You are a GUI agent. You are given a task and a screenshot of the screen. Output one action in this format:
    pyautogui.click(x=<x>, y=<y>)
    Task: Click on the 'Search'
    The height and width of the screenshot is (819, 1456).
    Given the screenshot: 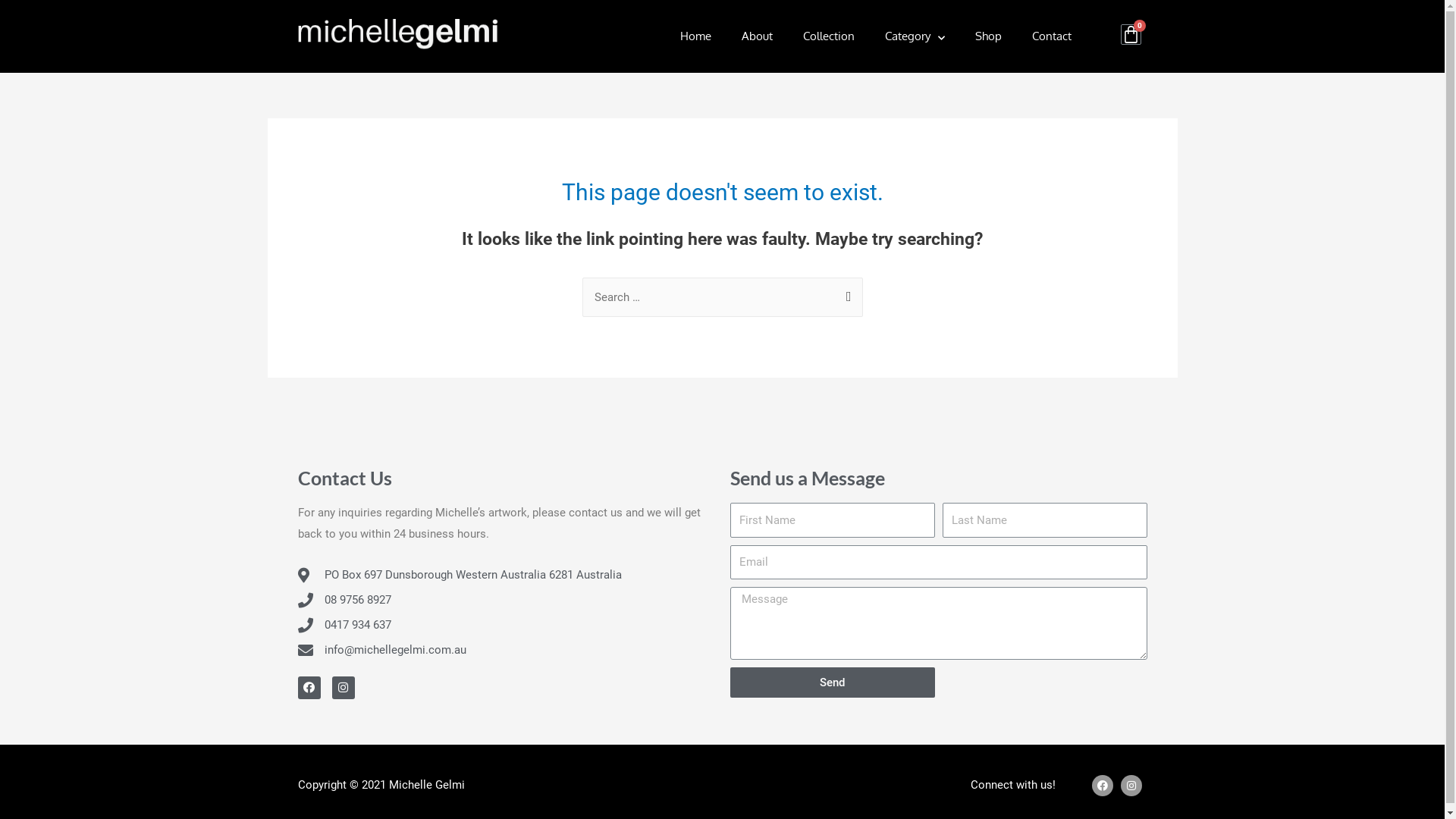 What is the action you would take?
    pyautogui.click(x=844, y=293)
    